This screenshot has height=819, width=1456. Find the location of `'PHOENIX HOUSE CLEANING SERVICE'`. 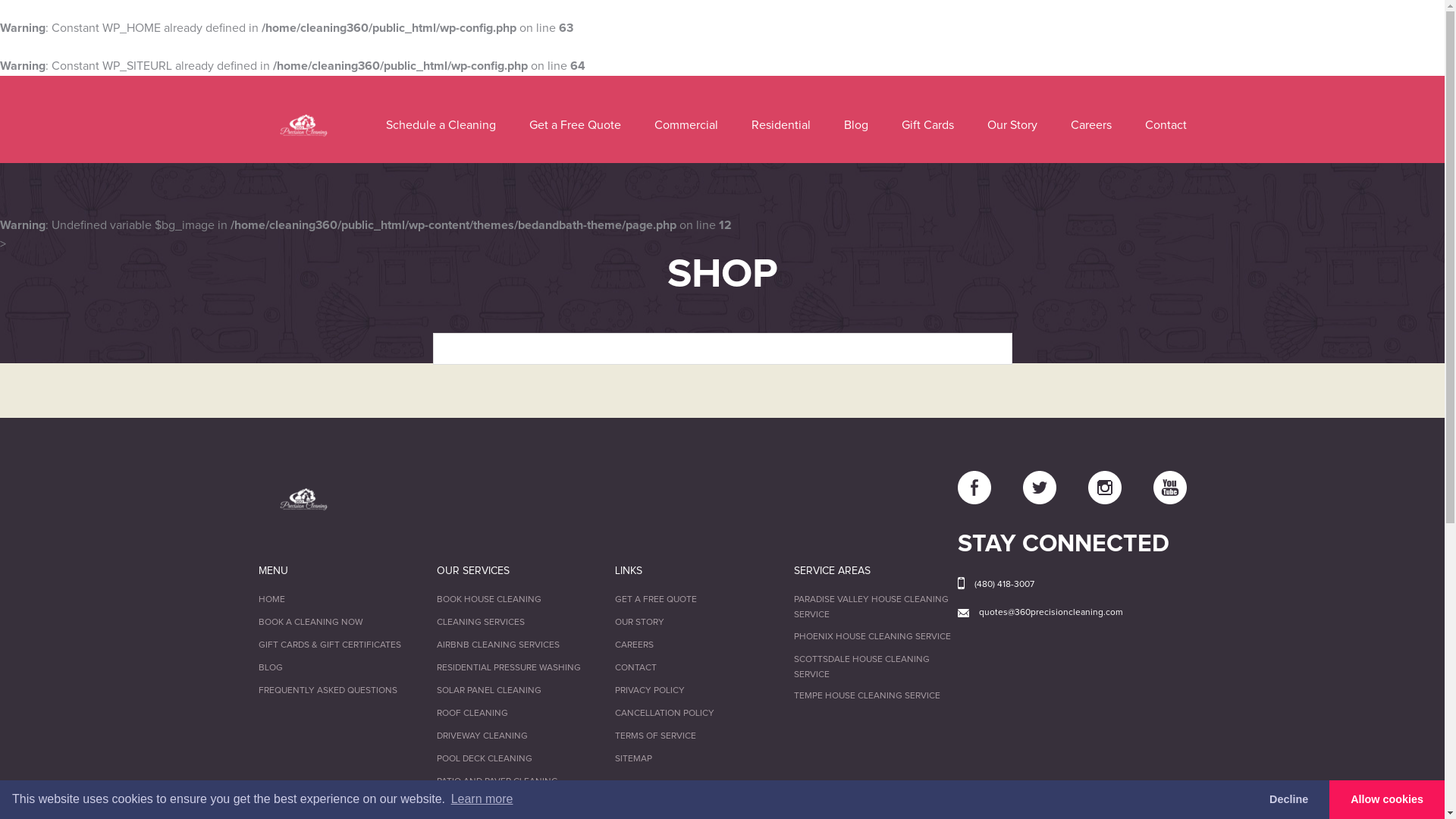

'PHOENIX HOUSE CLEANING SERVICE' is located at coordinates (792, 637).